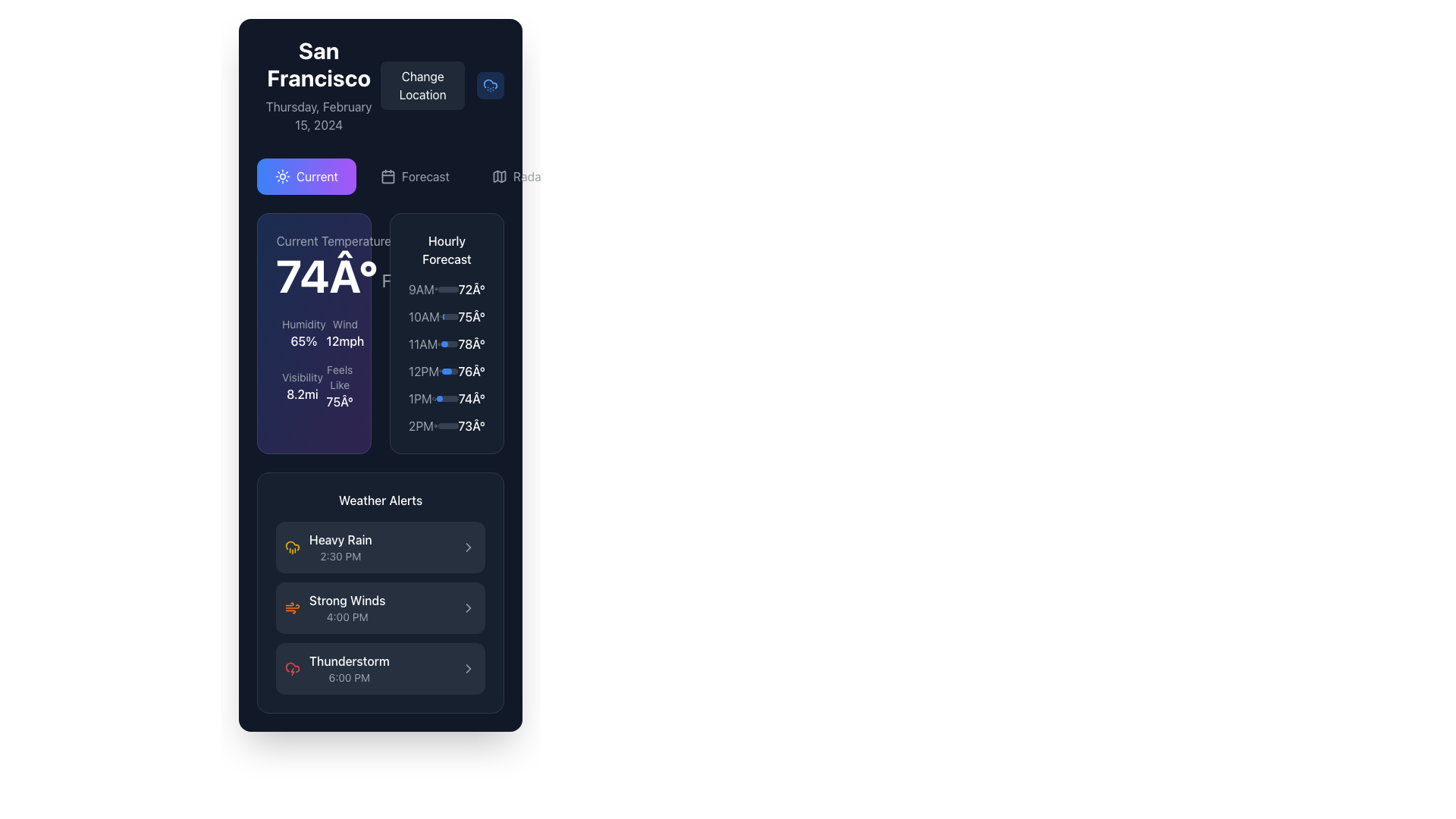 This screenshot has height=819, width=1456. What do you see at coordinates (326, 275) in the screenshot?
I see `on the Text display element that shows the current temperature value, located under the 'Current Temperature' label in the middle-left section of the application interface` at bounding box center [326, 275].